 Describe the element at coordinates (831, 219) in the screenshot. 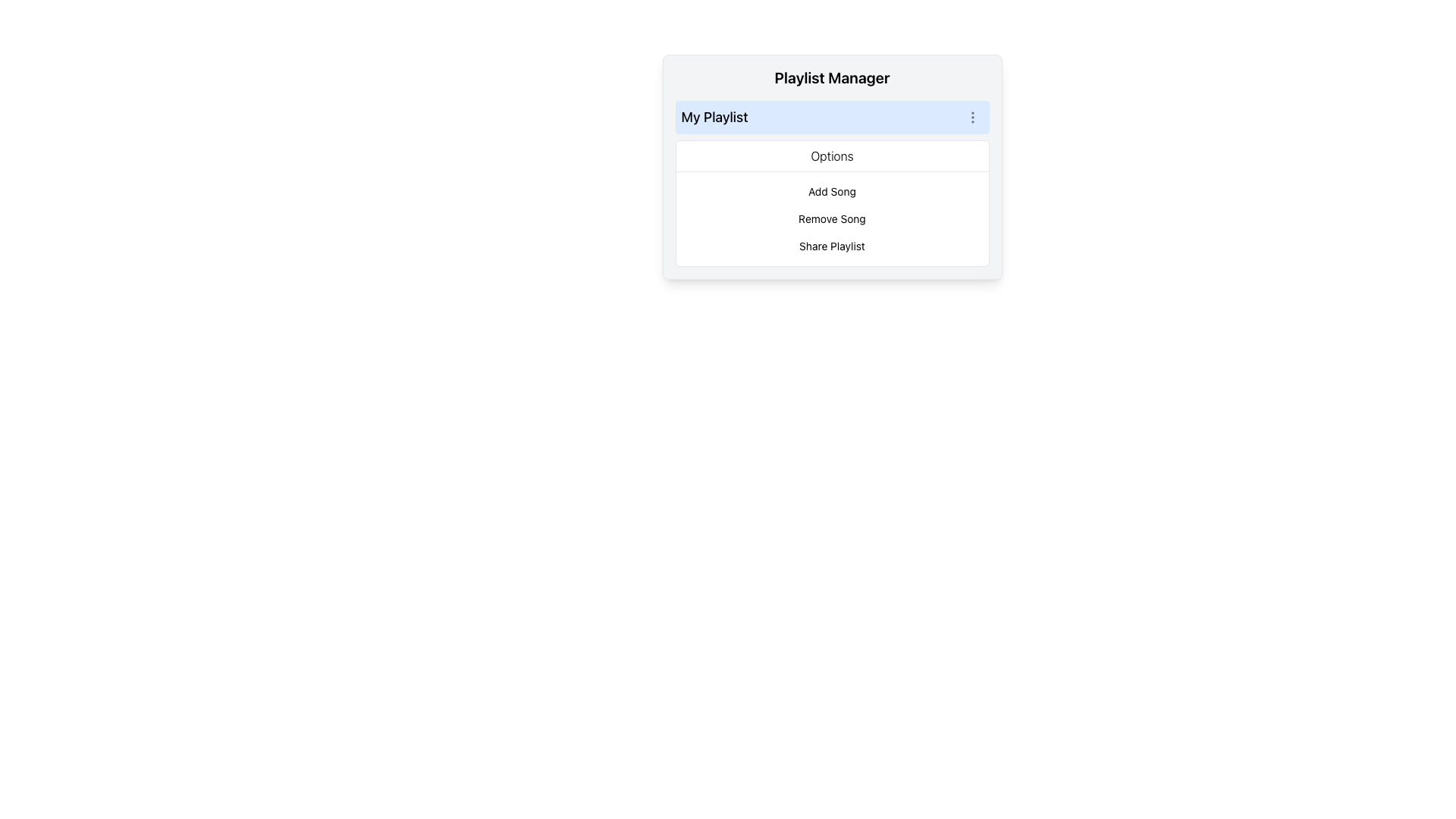

I see `the 'Remove Song' option in the vertical list under the 'Options' header in the 'Playlist Manager' card` at that location.